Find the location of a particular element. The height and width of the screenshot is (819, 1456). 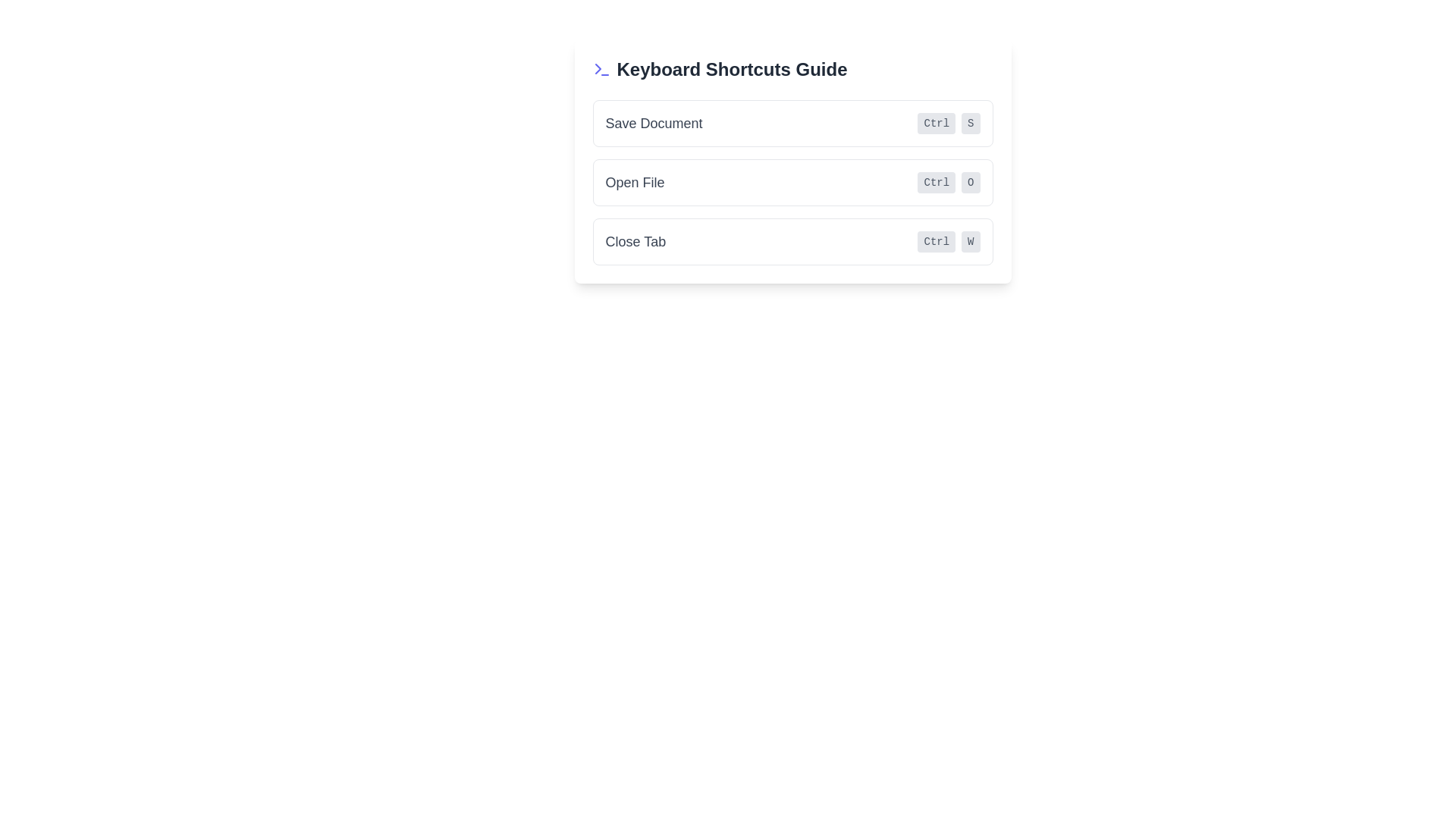

the 'S' key button in the 'Keyboard Shortcuts Guide' section to observe the tooltip or context hint is located at coordinates (971, 122).